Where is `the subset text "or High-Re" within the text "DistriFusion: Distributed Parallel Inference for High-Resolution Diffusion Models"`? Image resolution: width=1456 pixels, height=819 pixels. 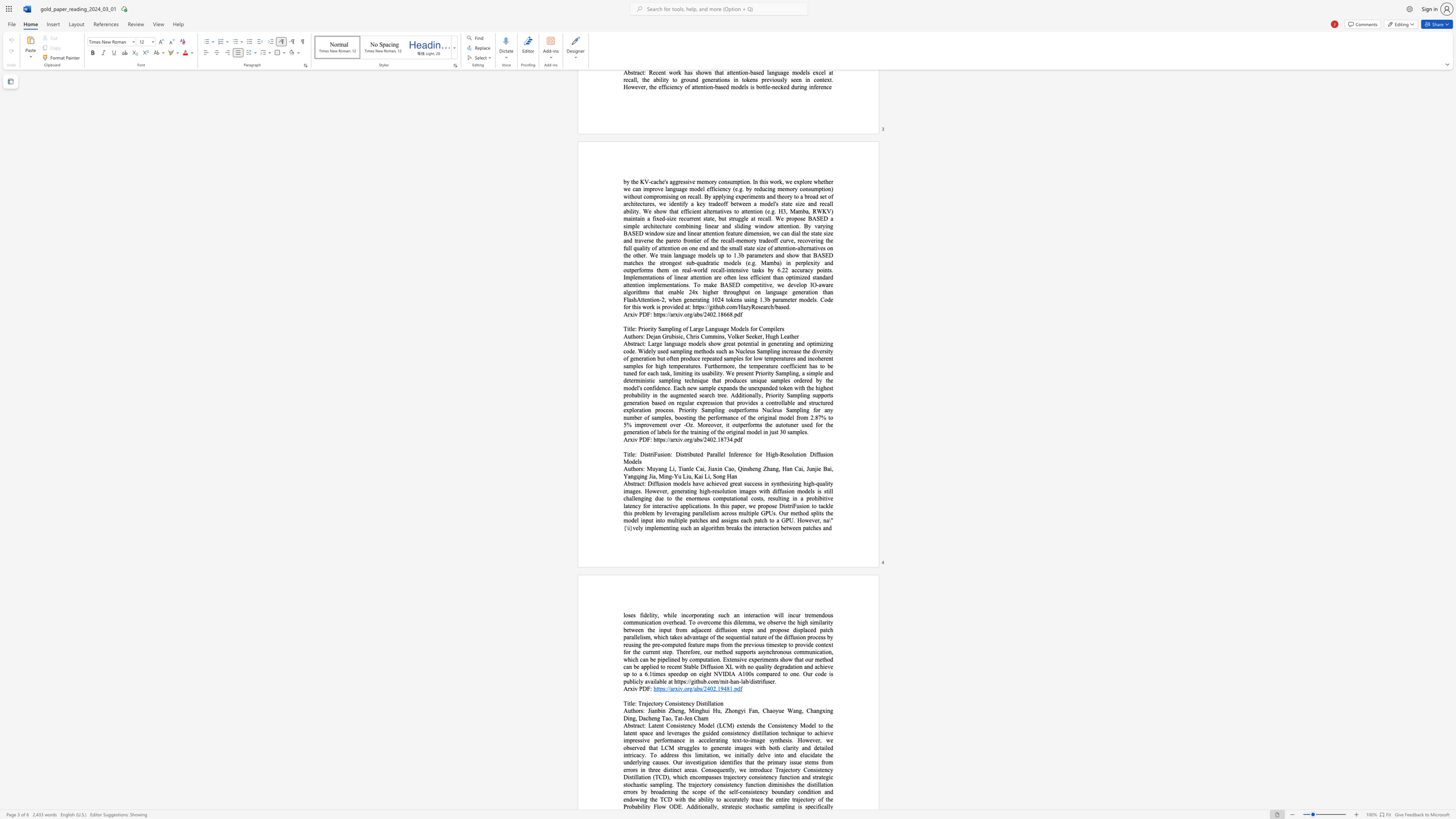
the subset text "or High-Re" within the text "DistriFusion: Distributed Parallel Inference for High-Resolution Diffusion Models" is located at coordinates (757, 454).